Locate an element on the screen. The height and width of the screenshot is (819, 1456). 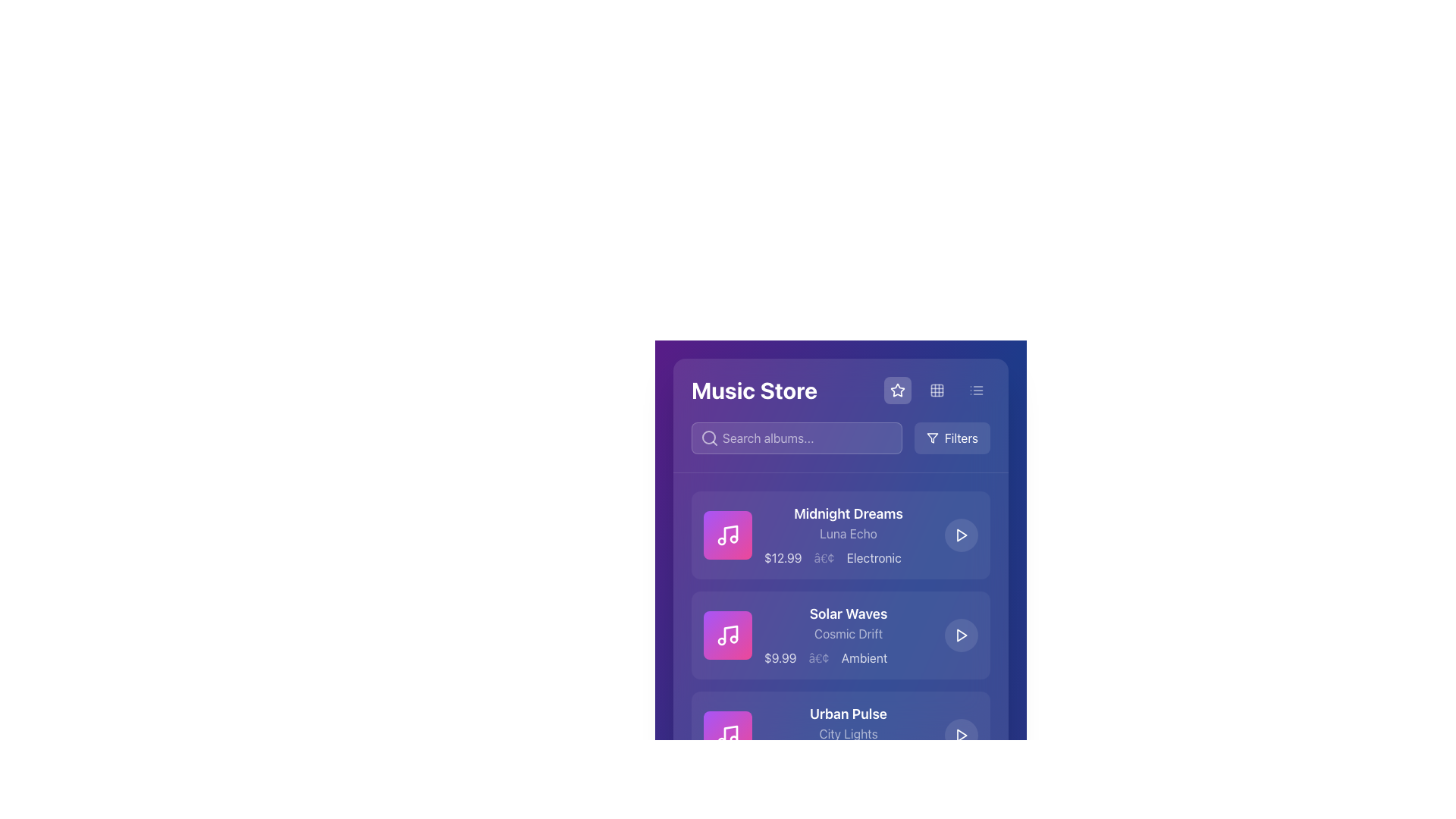
text label identifying the name of the second displayed music album, positioned between 'Midnight Dreams' and 'Urban Pulse' is located at coordinates (847, 614).